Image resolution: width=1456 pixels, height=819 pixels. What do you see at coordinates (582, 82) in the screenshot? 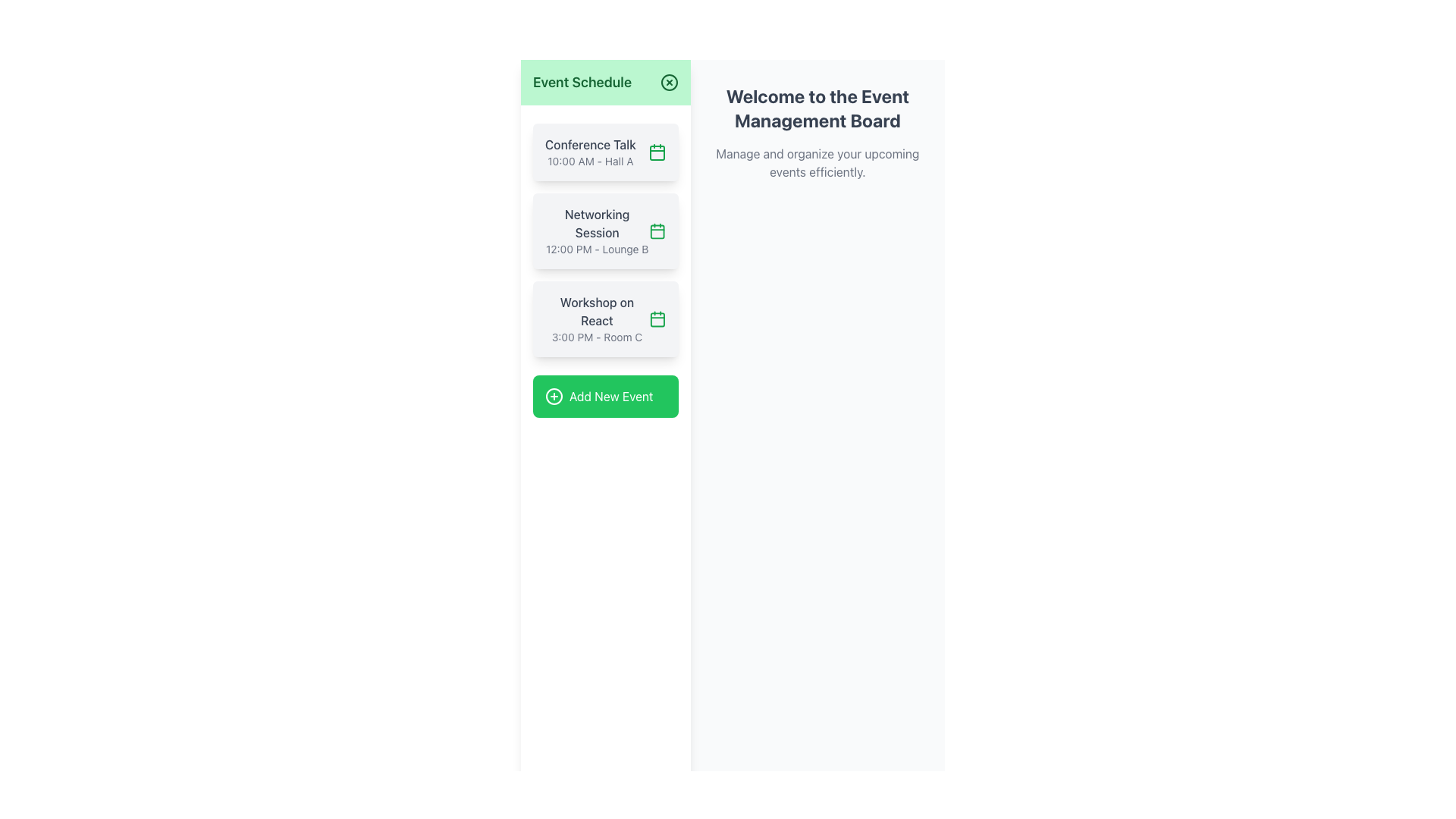
I see `the bold, green-colored text label reading 'Event Schedule' located at the top of the left sidebar, which is positioned within a green header bar` at bounding box center [582, 82].